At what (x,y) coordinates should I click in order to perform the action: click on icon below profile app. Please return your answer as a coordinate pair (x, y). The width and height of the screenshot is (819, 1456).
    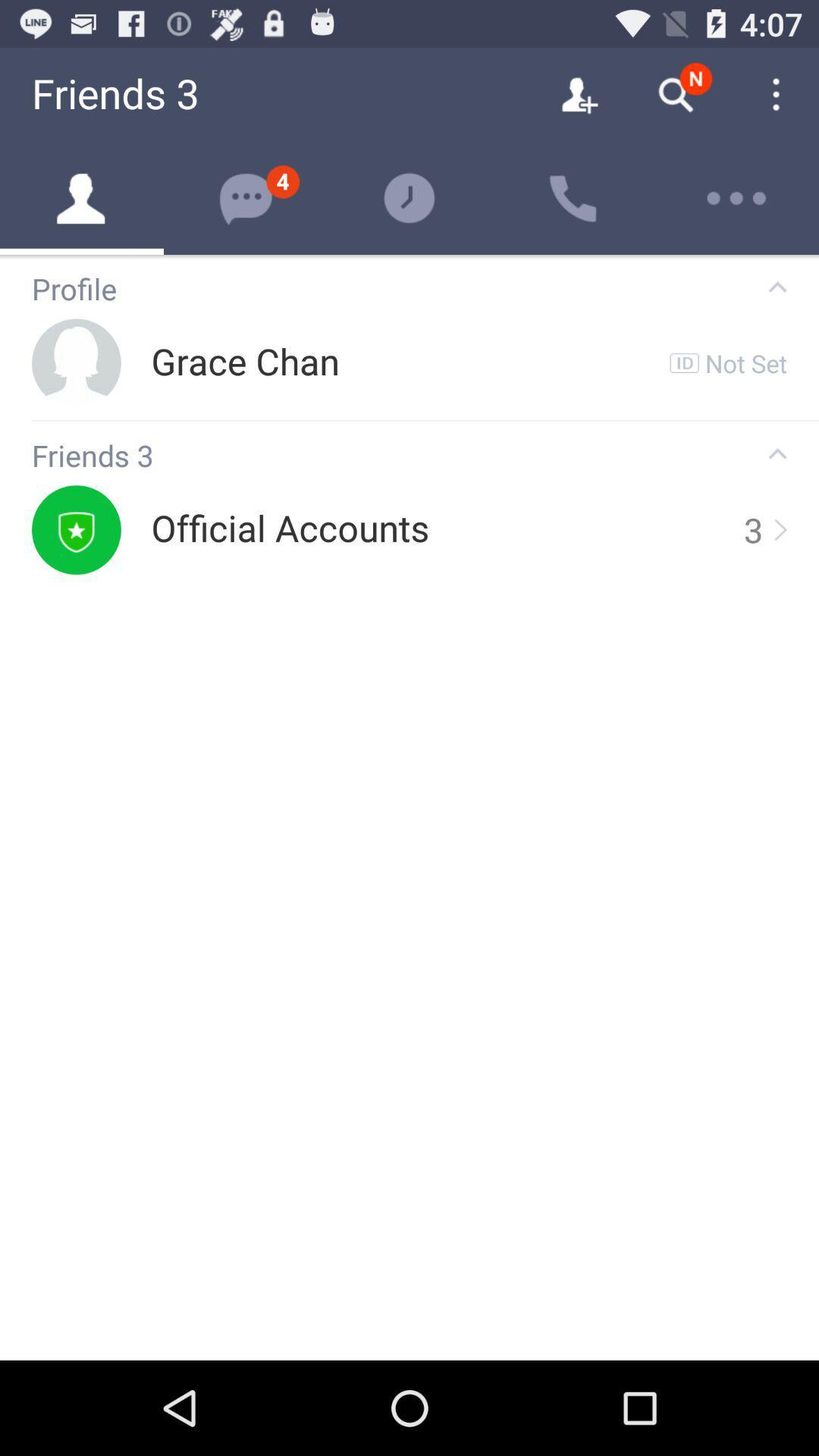
    Looking at the image, I should click on (244, 362).